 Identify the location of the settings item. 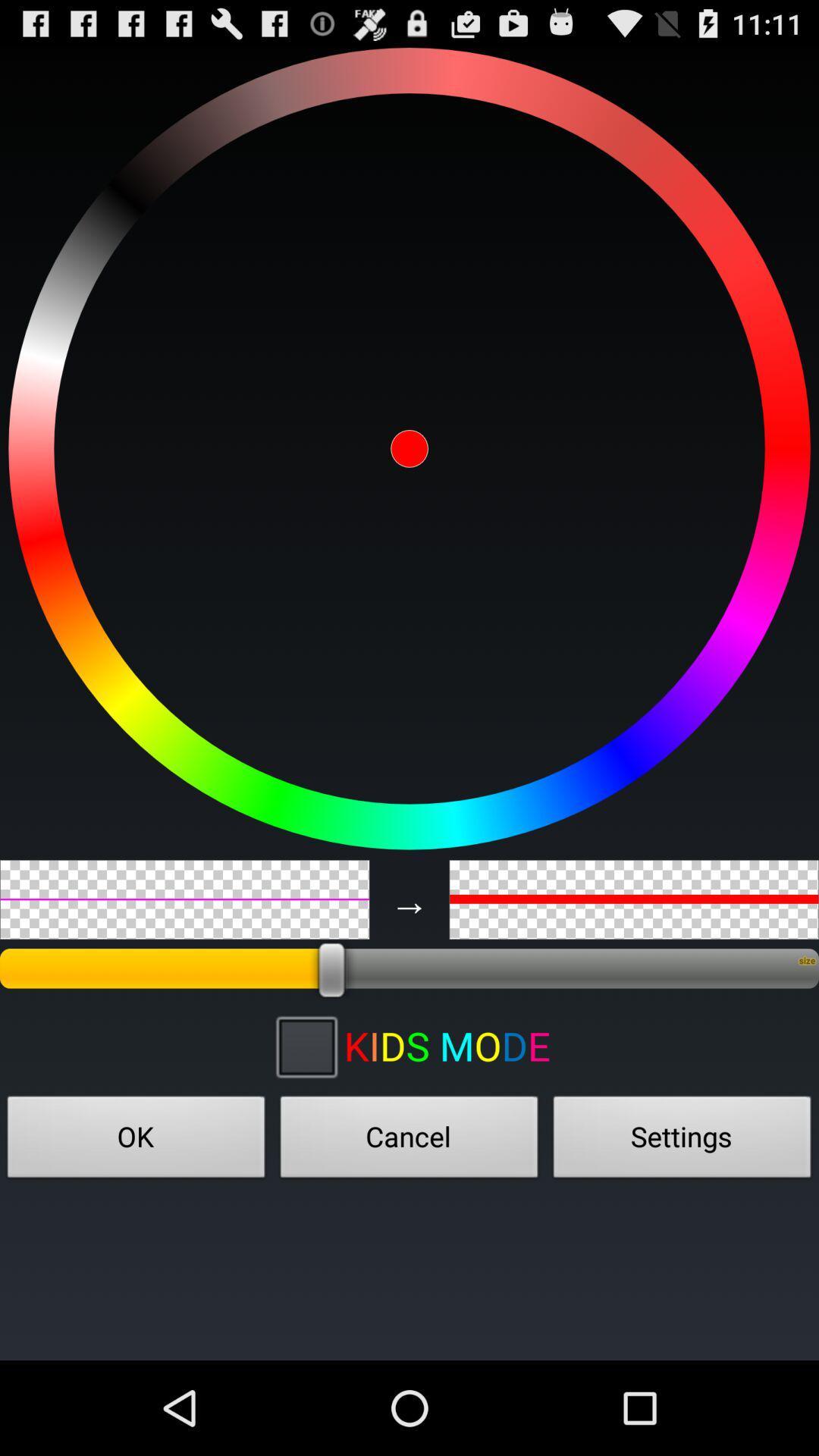
(681, 1141).